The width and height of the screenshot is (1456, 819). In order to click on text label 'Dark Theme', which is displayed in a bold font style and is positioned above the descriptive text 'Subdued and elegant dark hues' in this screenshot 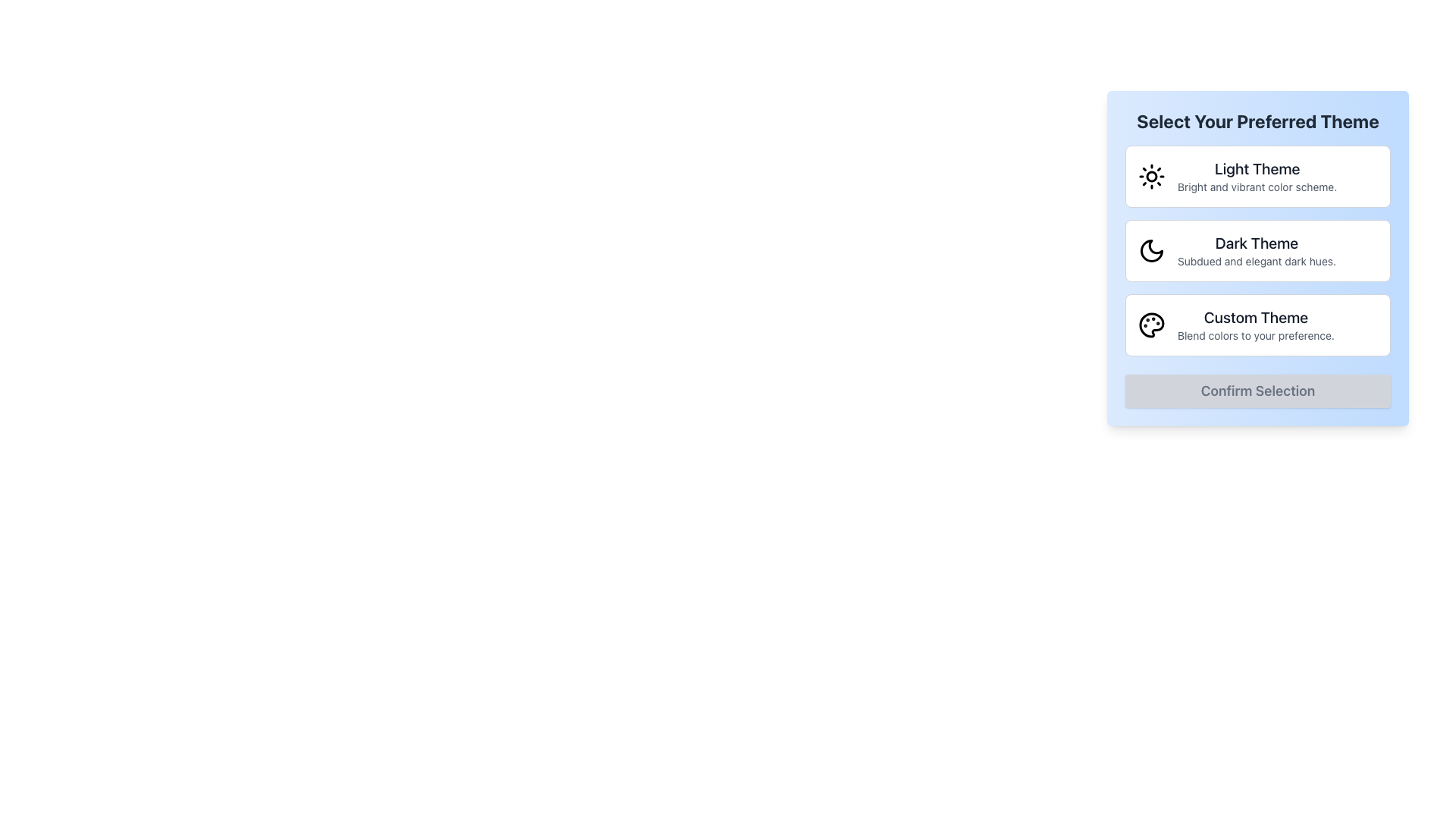, I will do `click(1257, 242)`.